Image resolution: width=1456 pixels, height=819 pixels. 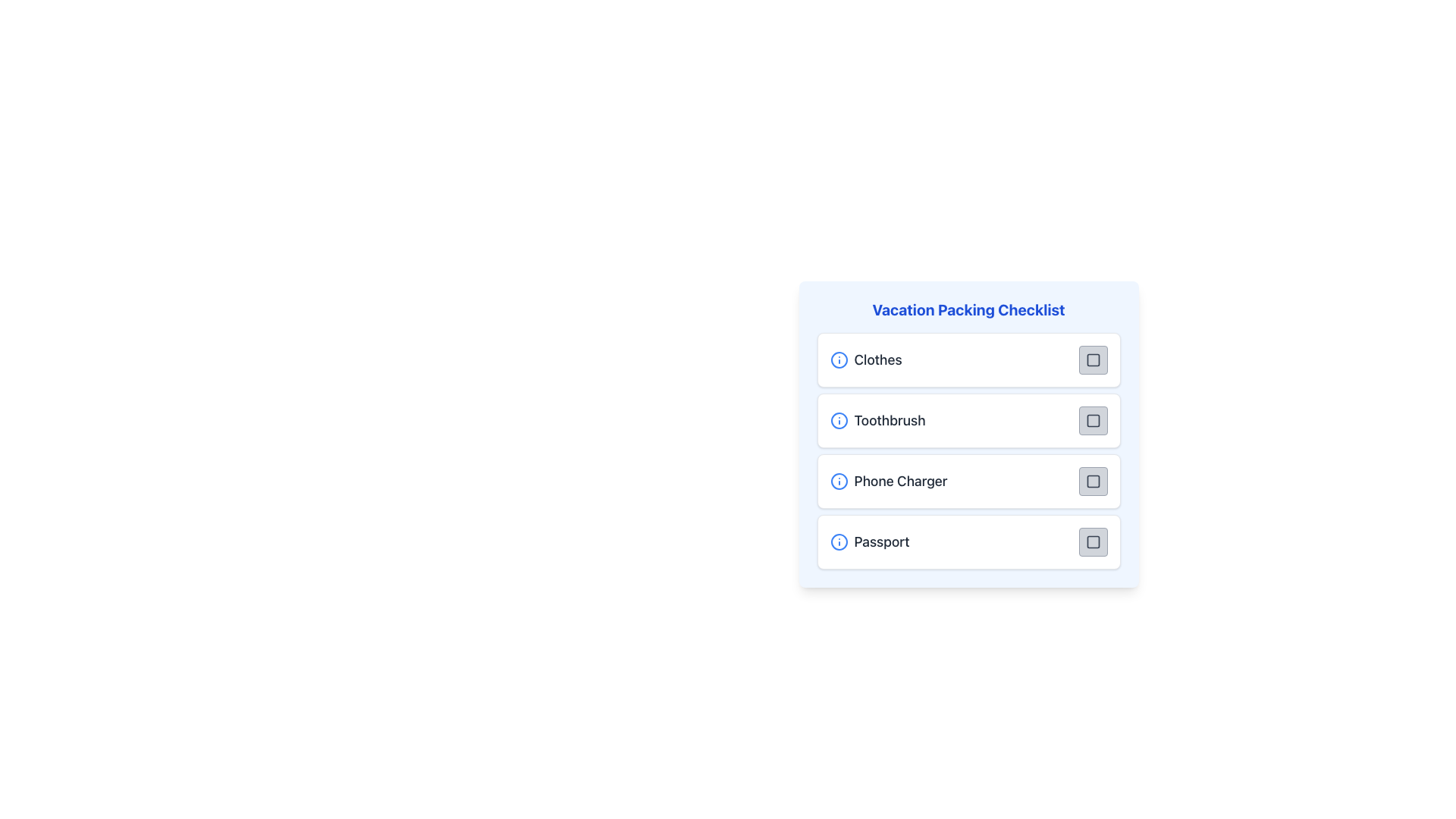 What do you see at coordinates (878, 359) in the screenshot?
I see `text of the 'Clothes' label, which is a bold, medium-sized dark gray text in the 'Vacation Packing Checklist' section` at bounding box center [878, 359].